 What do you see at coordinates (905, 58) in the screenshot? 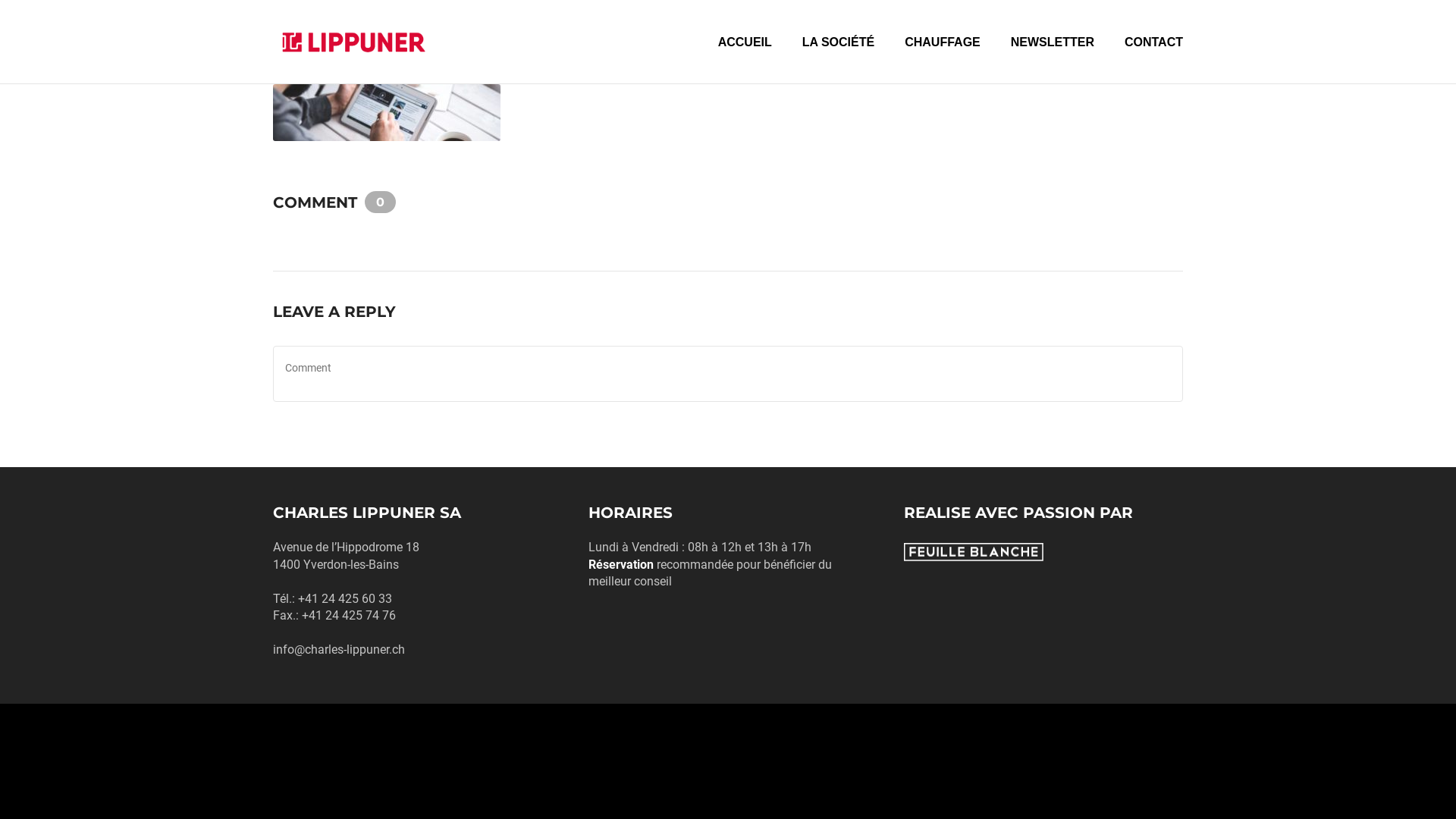
I see `'CHAUFFAGE'` at bounding box center [905, 58].